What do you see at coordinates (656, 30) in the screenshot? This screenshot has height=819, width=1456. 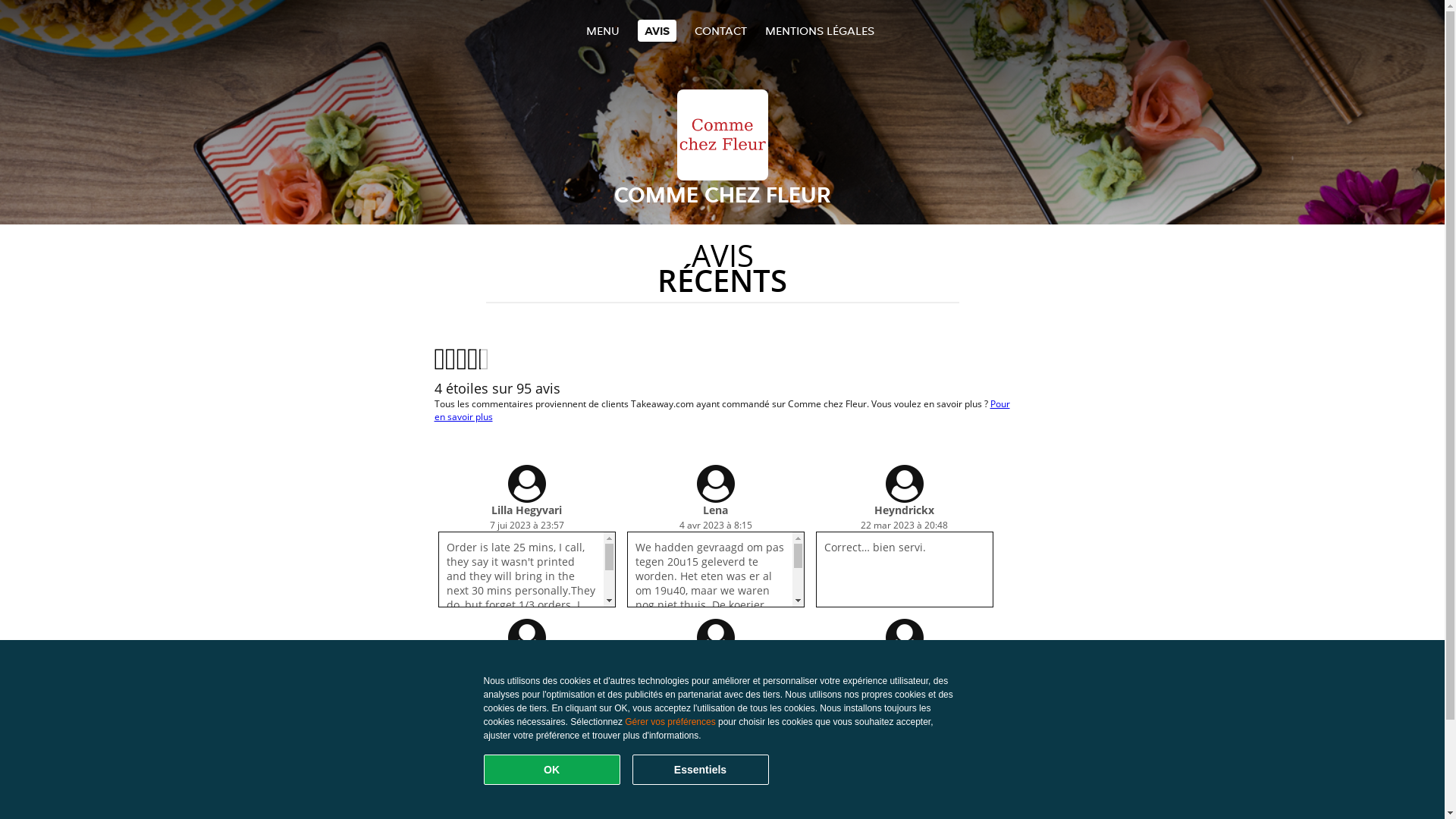 I see `'AVIS'` at bounding box center [656, 30].